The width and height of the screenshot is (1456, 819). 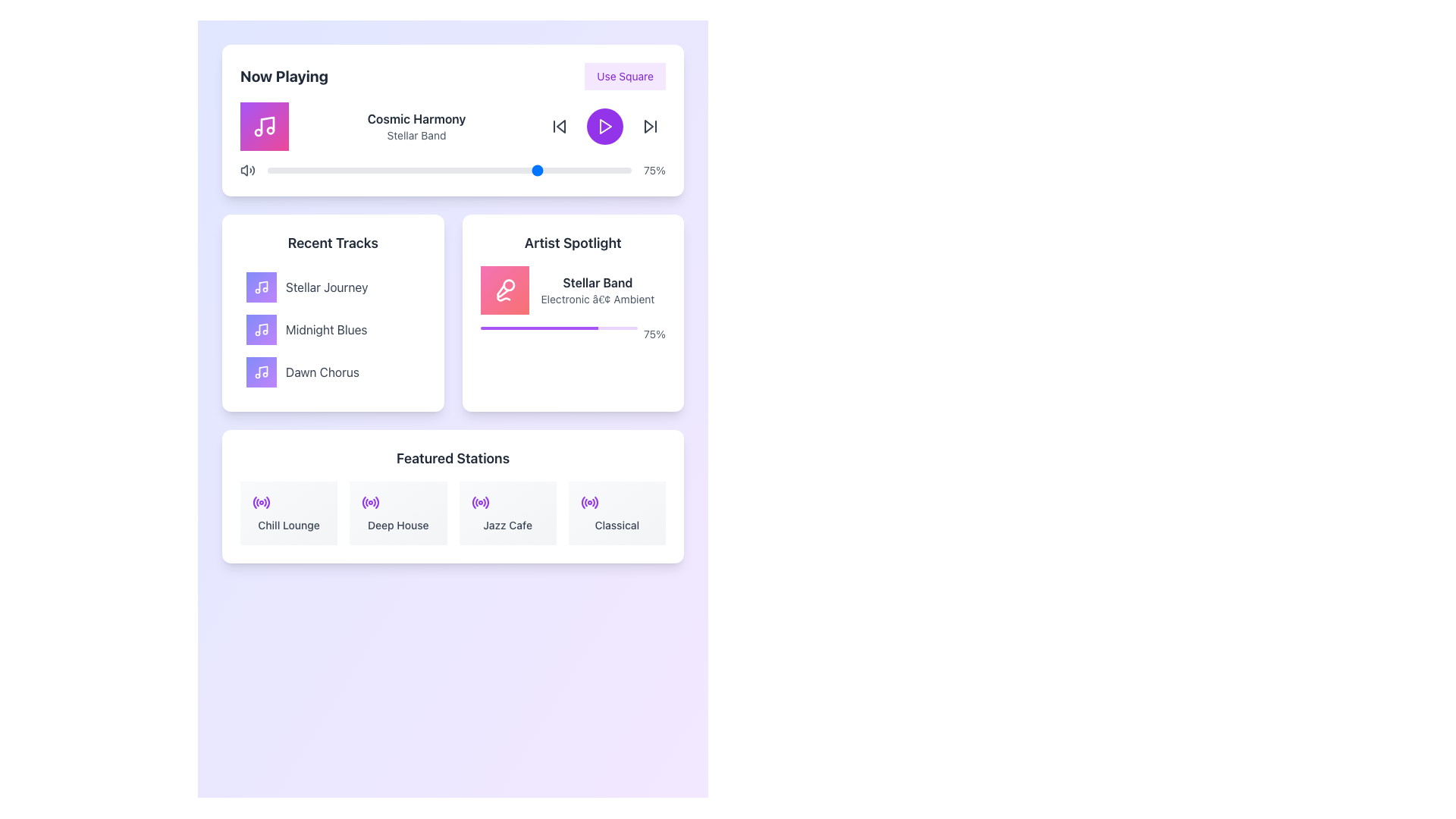 I want to click on the slider, so click(x=328, y=170).